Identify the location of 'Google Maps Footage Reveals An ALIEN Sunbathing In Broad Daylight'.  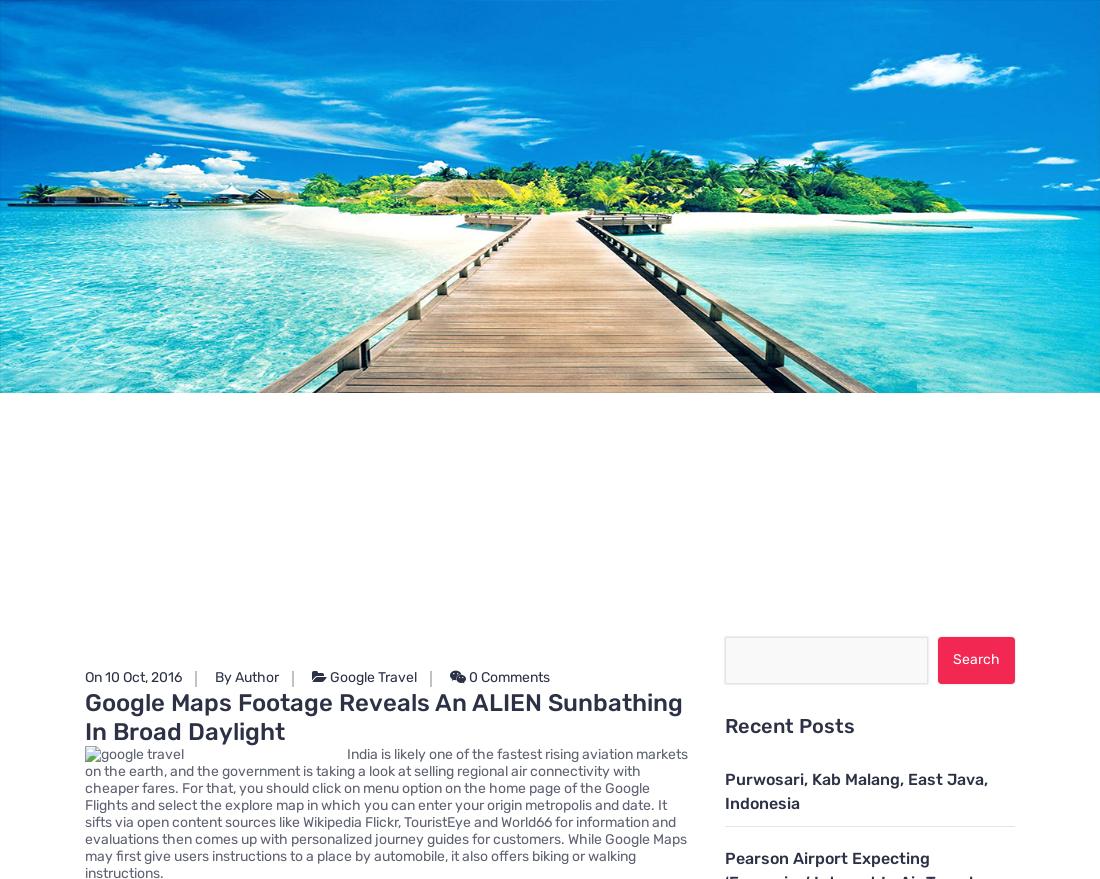
(384, 716).